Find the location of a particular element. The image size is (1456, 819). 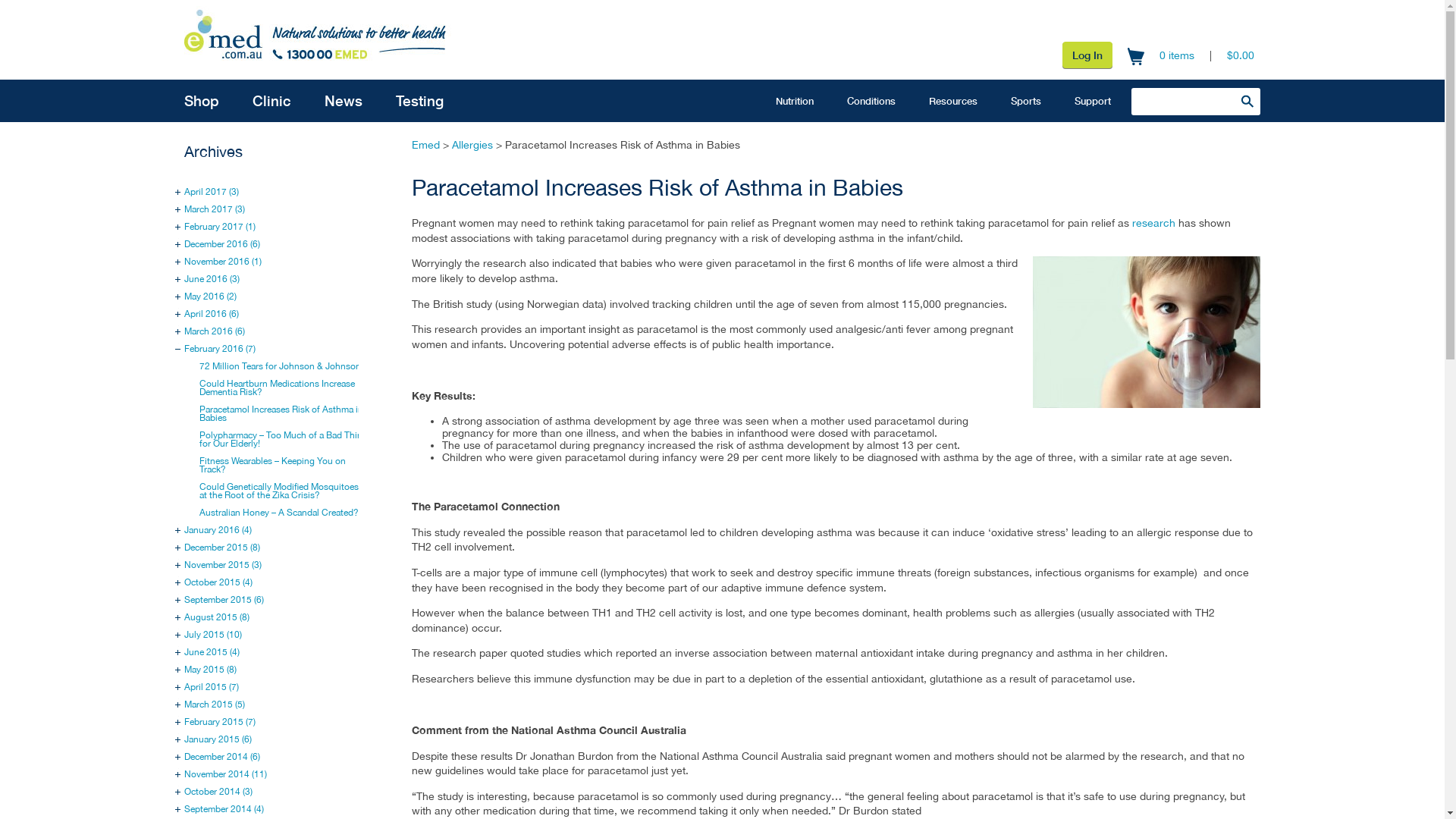

'May 2015 (8)' is located at coordinates (209, 669).